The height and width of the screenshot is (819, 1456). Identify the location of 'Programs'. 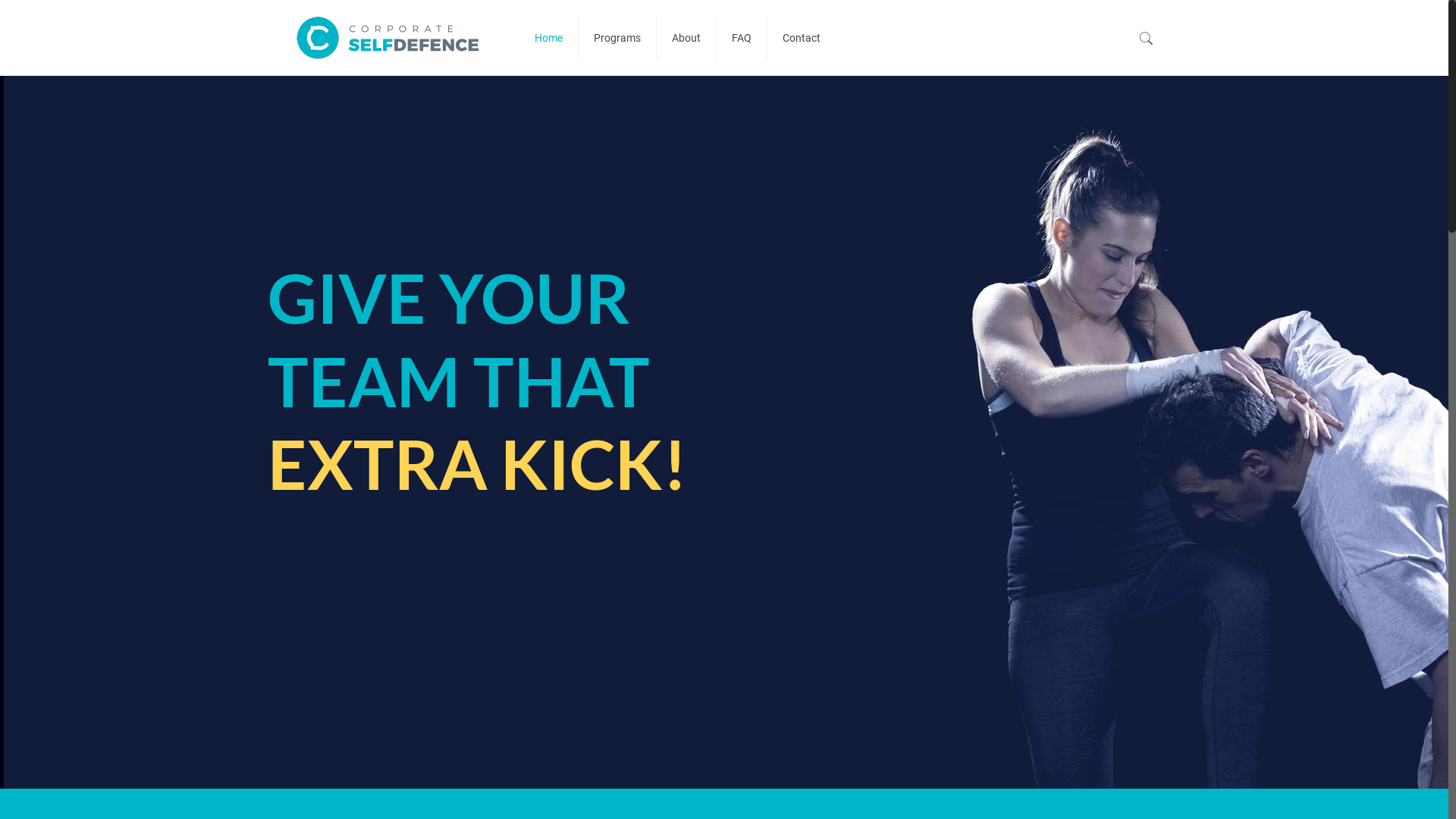
(617, 37).